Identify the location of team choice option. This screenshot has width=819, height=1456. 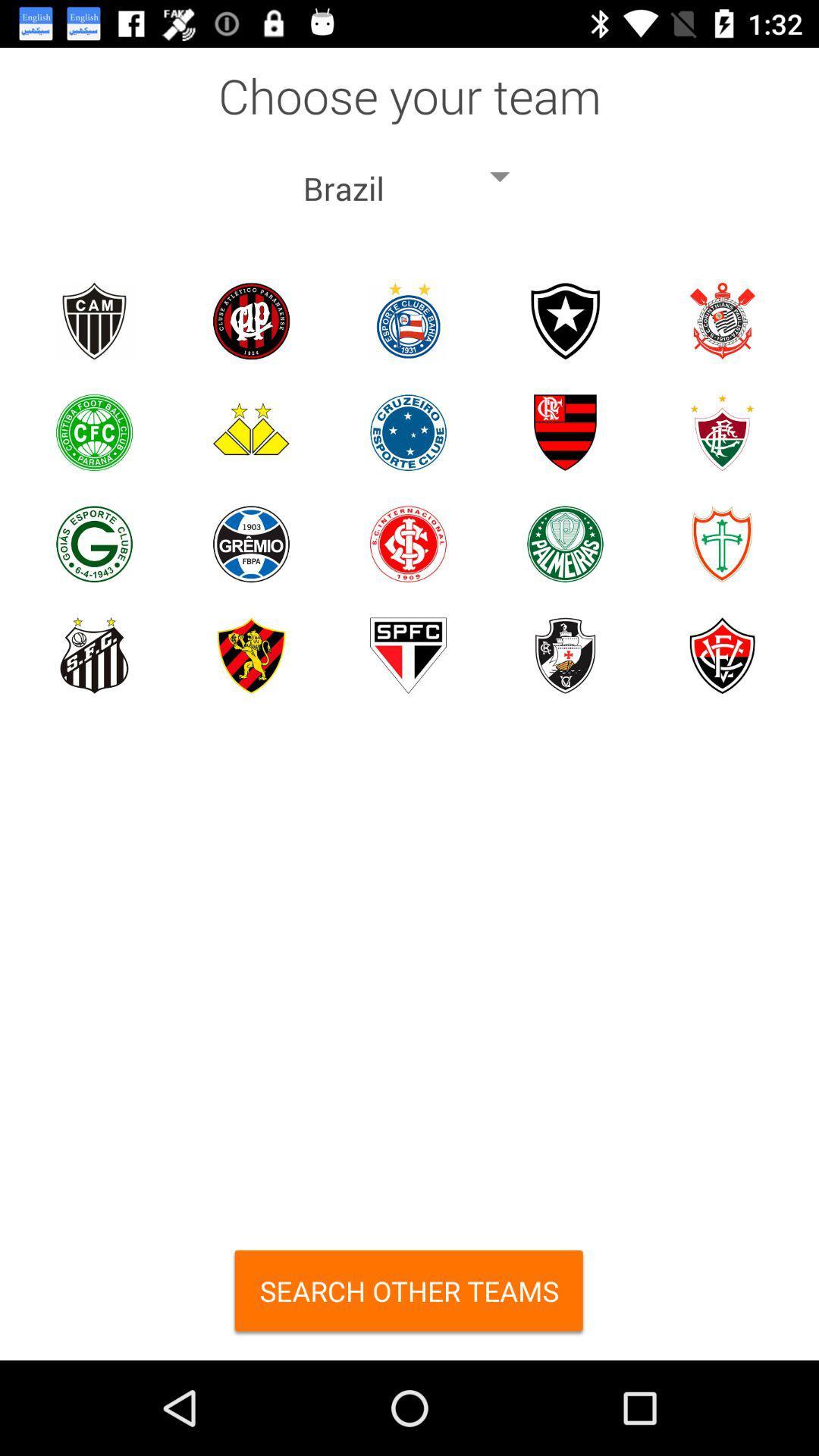
(407, 544).